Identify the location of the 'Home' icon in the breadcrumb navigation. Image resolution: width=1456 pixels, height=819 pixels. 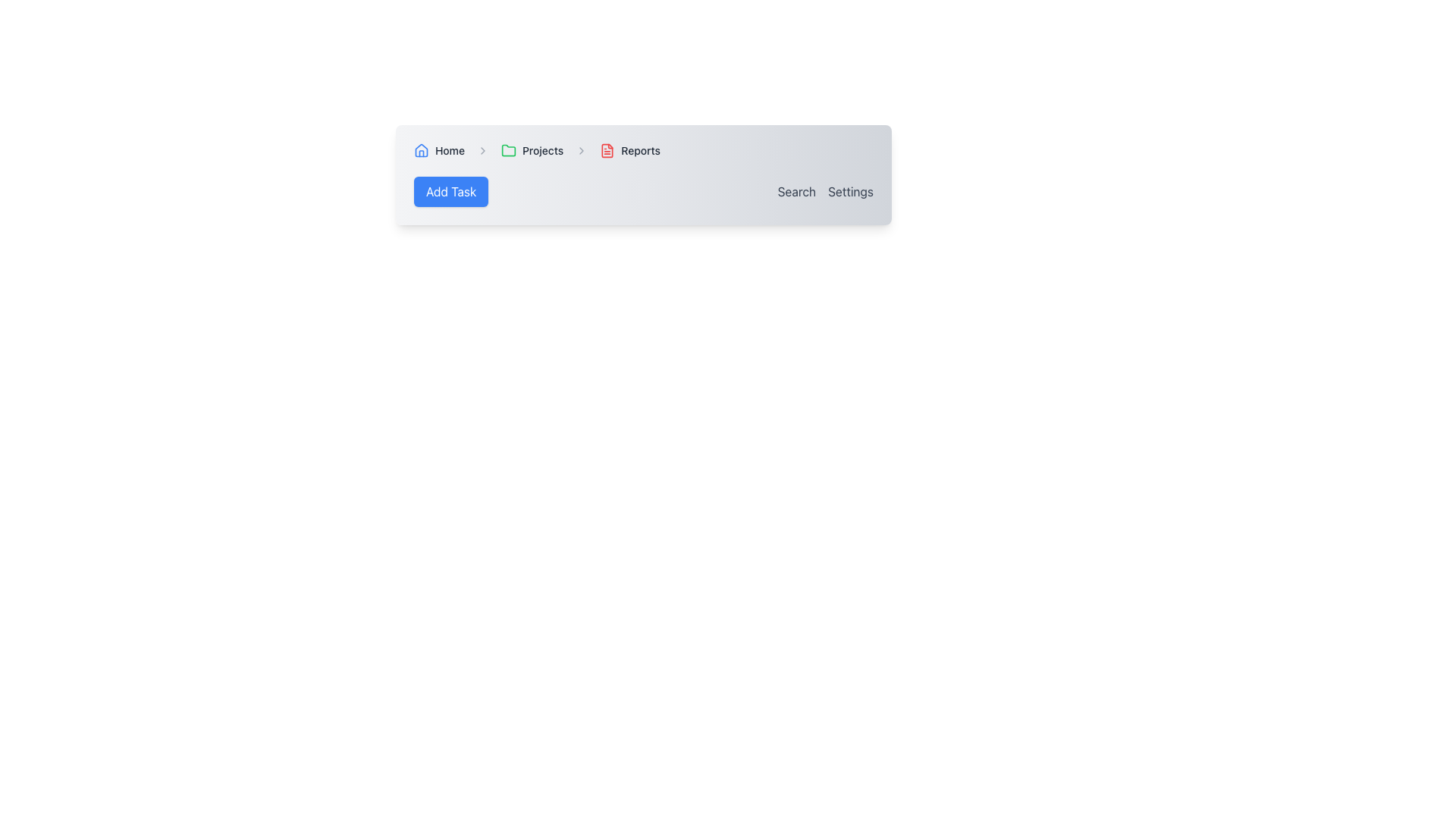
(422, 151).